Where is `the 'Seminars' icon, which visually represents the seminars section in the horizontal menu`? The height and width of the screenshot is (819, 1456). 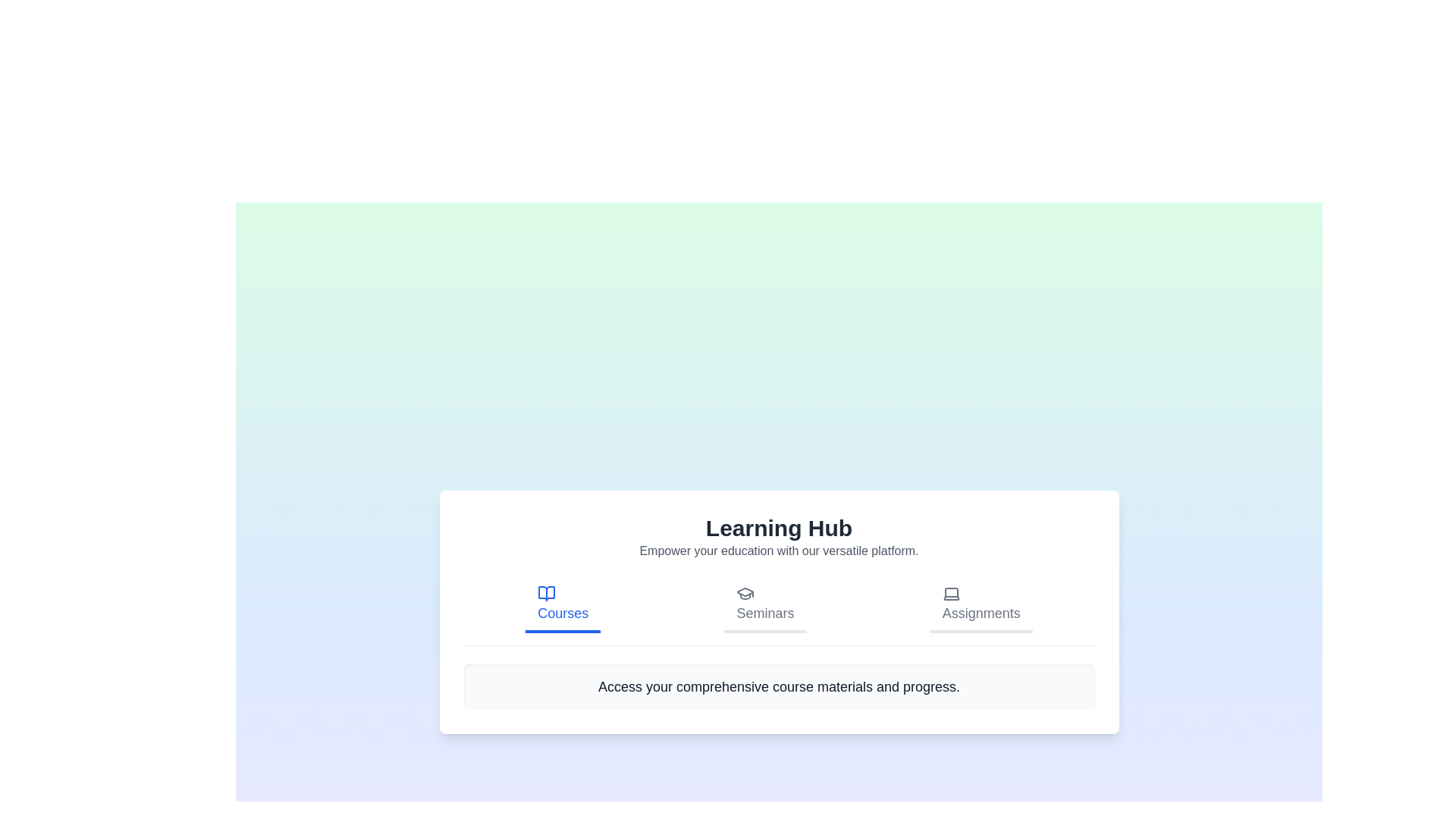
the 'Seminars' icon, which visually represents the seminars section in the horizontal menu is located at coordinates (745, 592).